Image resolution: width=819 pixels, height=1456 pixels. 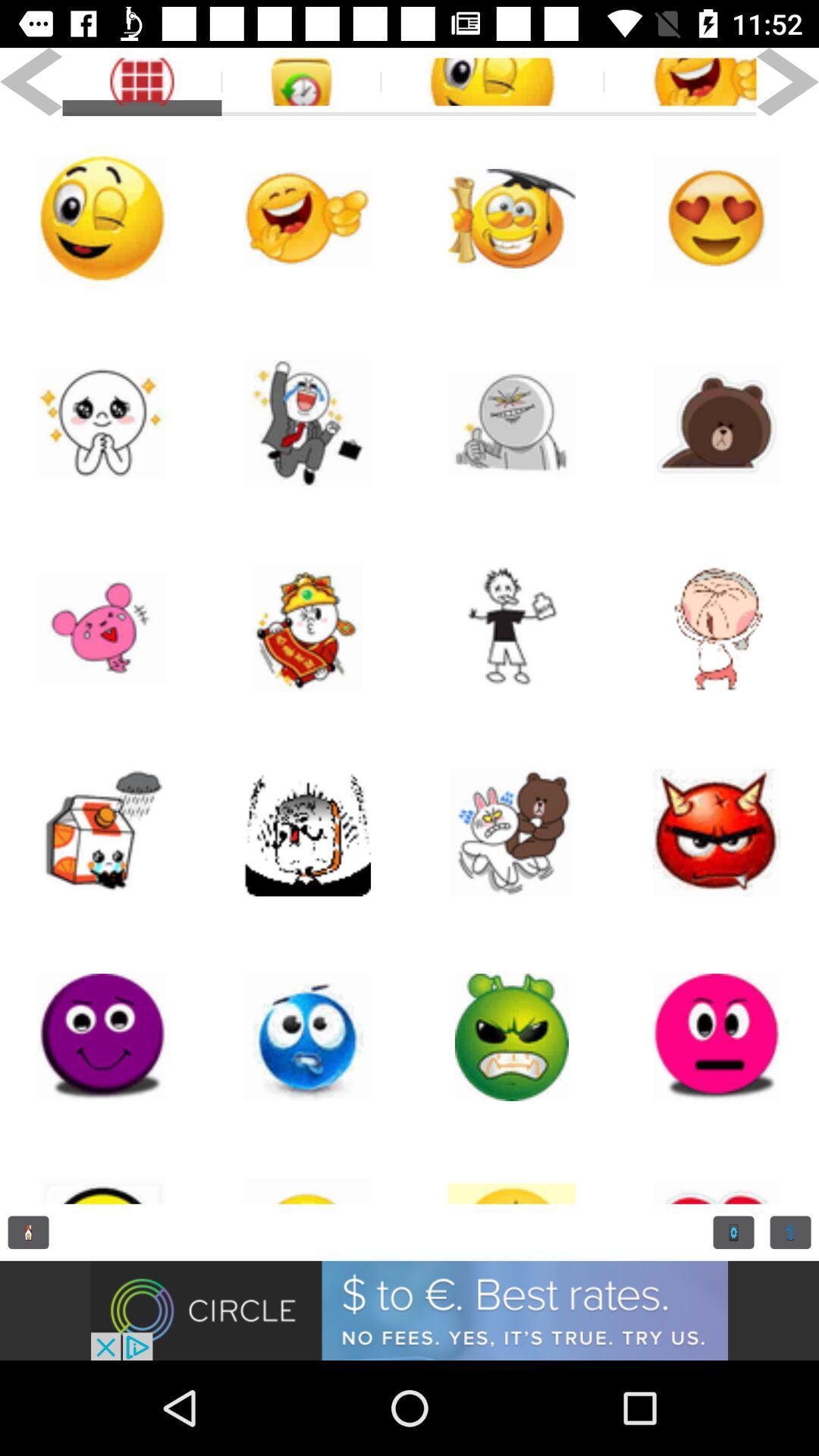 I want to click on doll page, so click(x=512, y=832).